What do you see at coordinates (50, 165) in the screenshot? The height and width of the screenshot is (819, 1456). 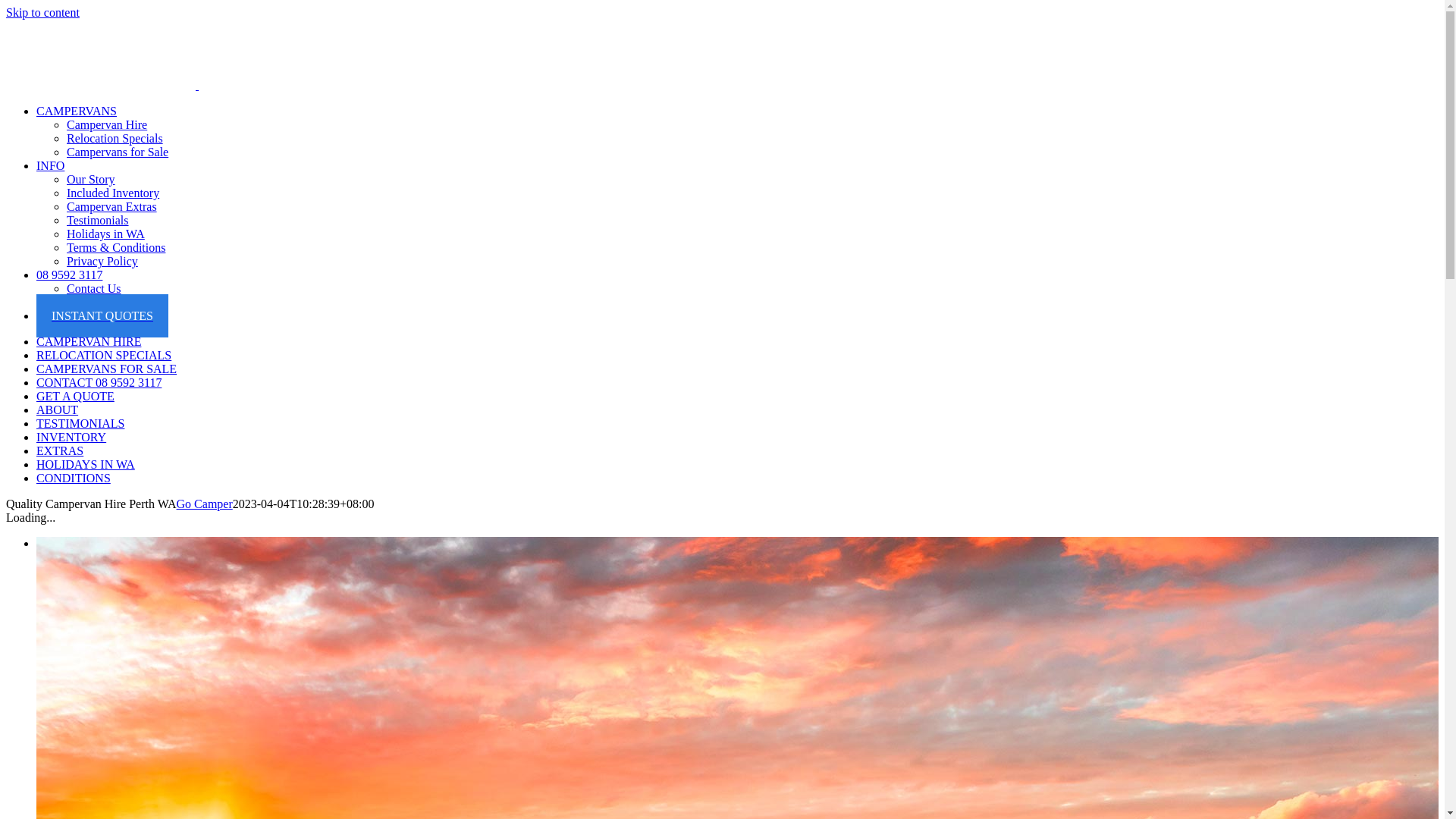 I see `'INFO'` at bounding box center [50, 165].